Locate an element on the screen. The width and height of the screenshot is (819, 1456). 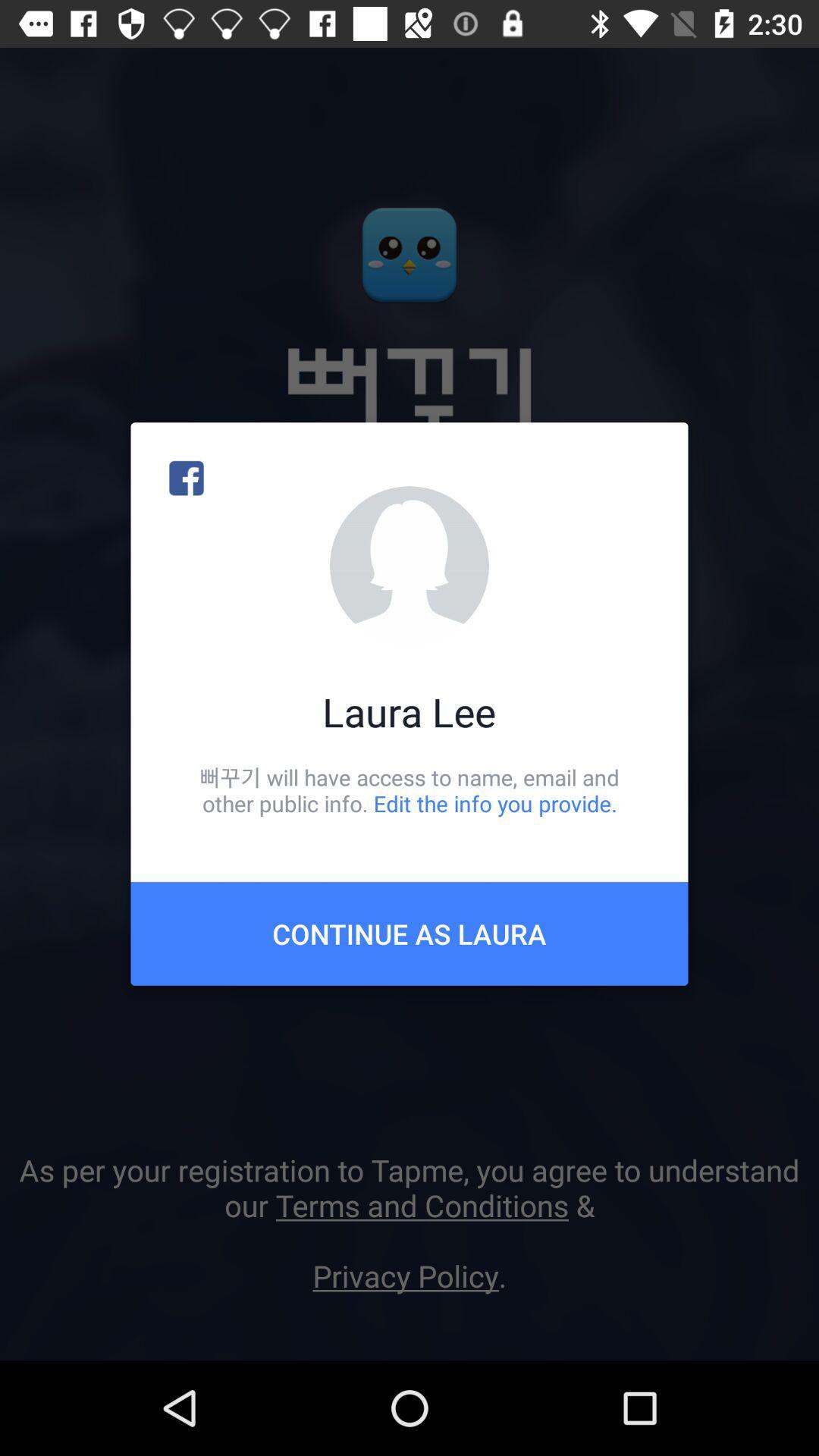
the continue as laura is located at coordinates (409, 933).